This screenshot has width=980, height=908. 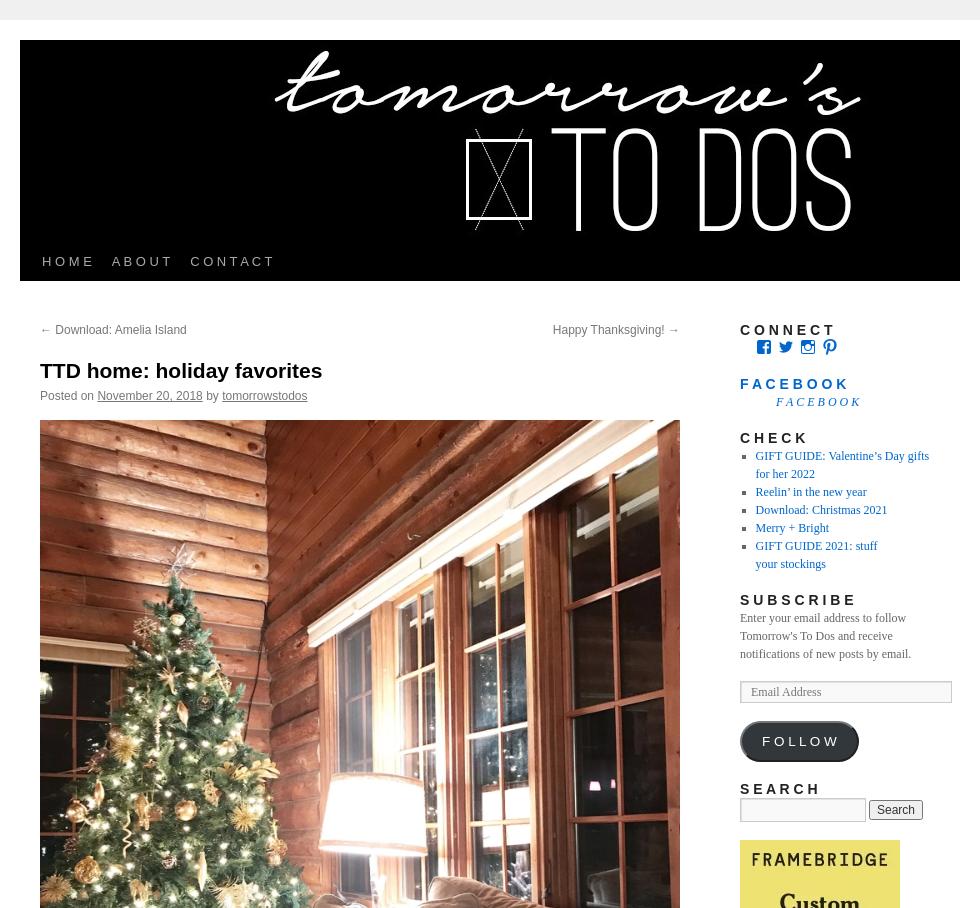 I want to click on 'tomorrowstodos', so click(x=264, y=394).